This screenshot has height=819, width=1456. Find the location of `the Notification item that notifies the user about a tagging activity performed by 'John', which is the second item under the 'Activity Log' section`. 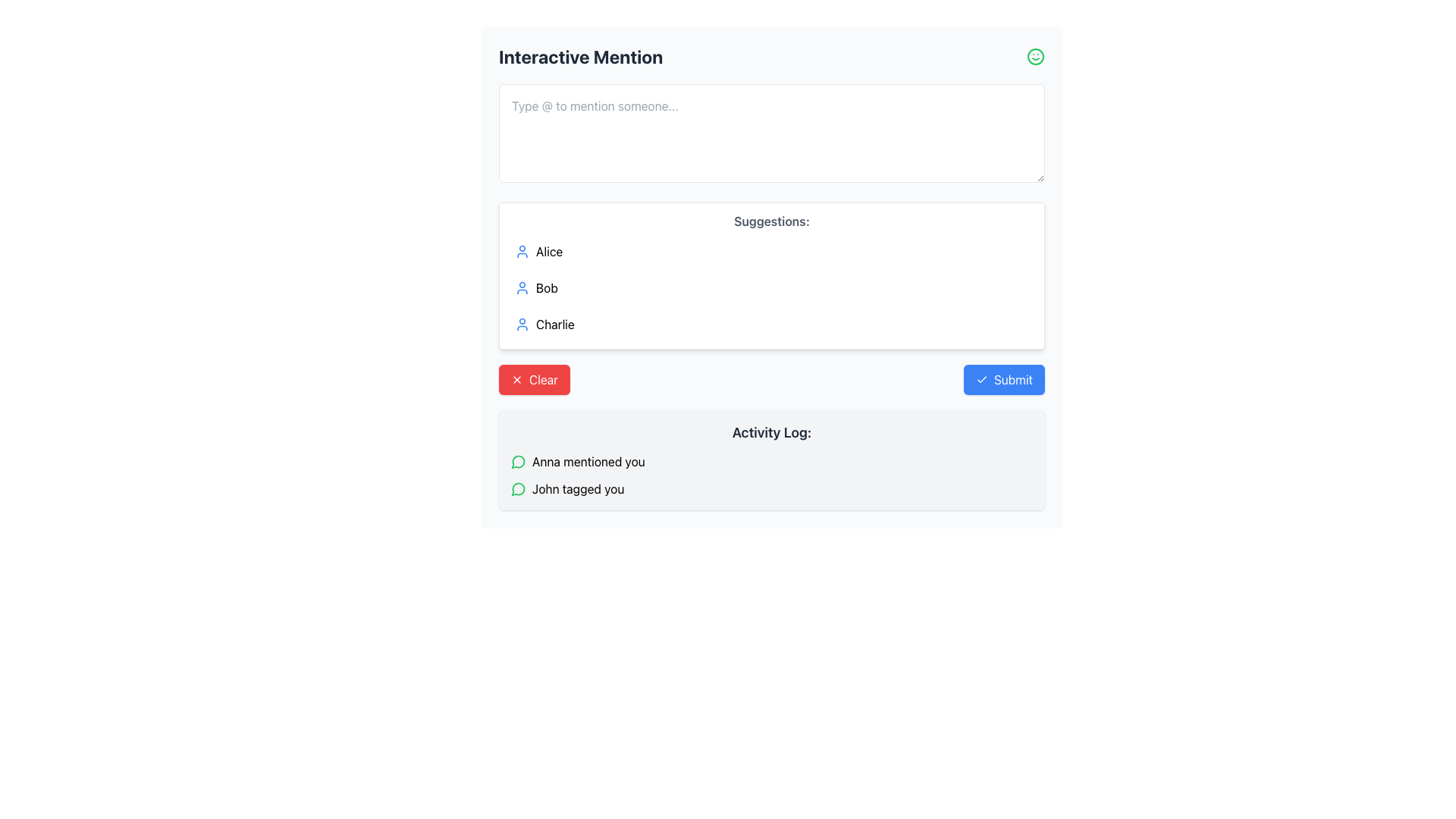

the Notification item that notifies the user about a tagging activity performed by 'John', which is the second item under the 'Activity Log' section is located at coordinates (771, 488).